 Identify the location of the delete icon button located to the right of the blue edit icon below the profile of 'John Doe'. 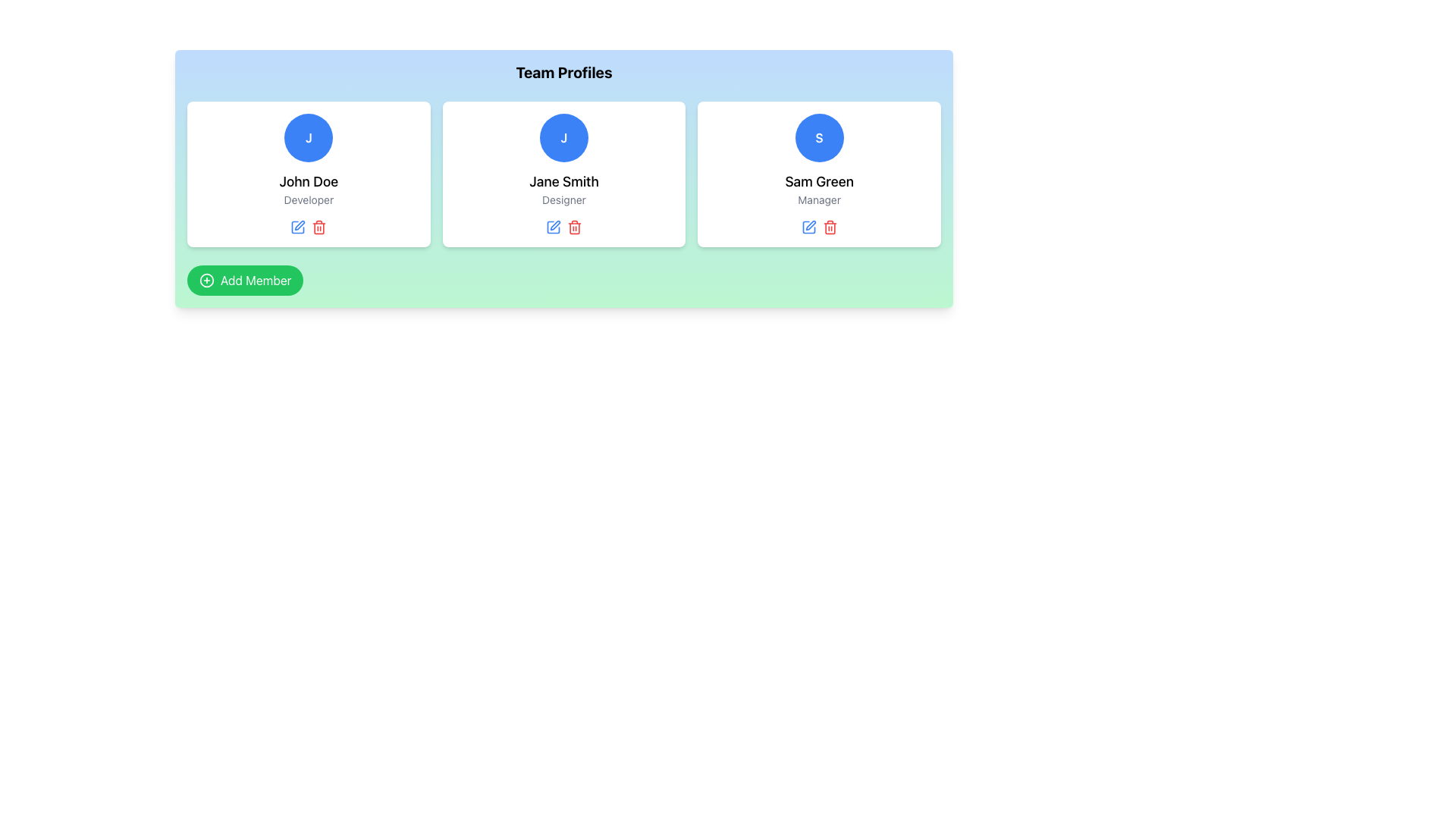
(318, 227).